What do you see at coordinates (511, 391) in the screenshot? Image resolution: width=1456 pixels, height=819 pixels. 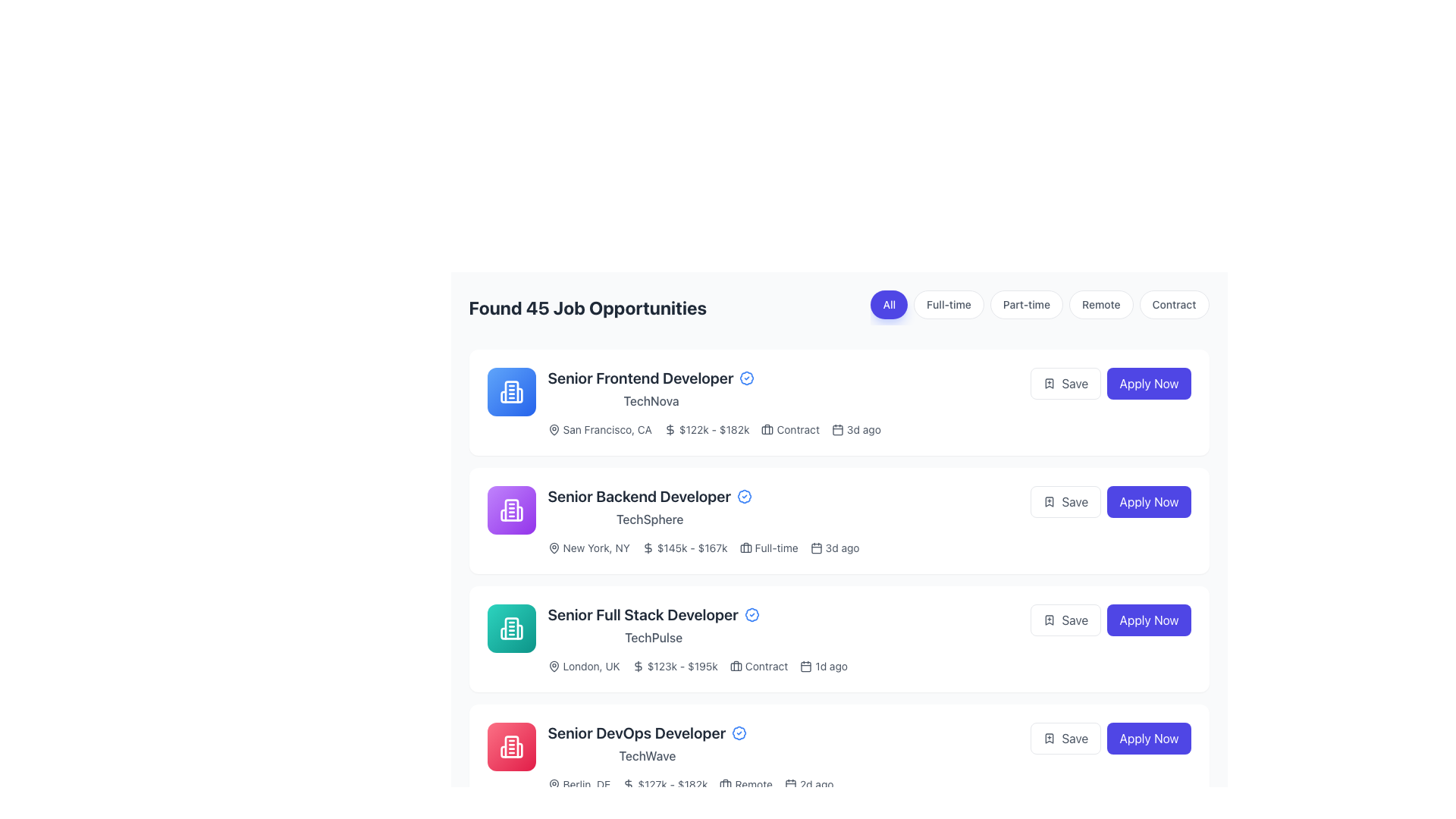 I see `the square icon with rounded corners and a gradient background transitioning from blue to blue-violet, featuring a simplified building-like icon design in white, located next to the job title for 'Senior Frontend Developer'` at bounding box center [511, 391].